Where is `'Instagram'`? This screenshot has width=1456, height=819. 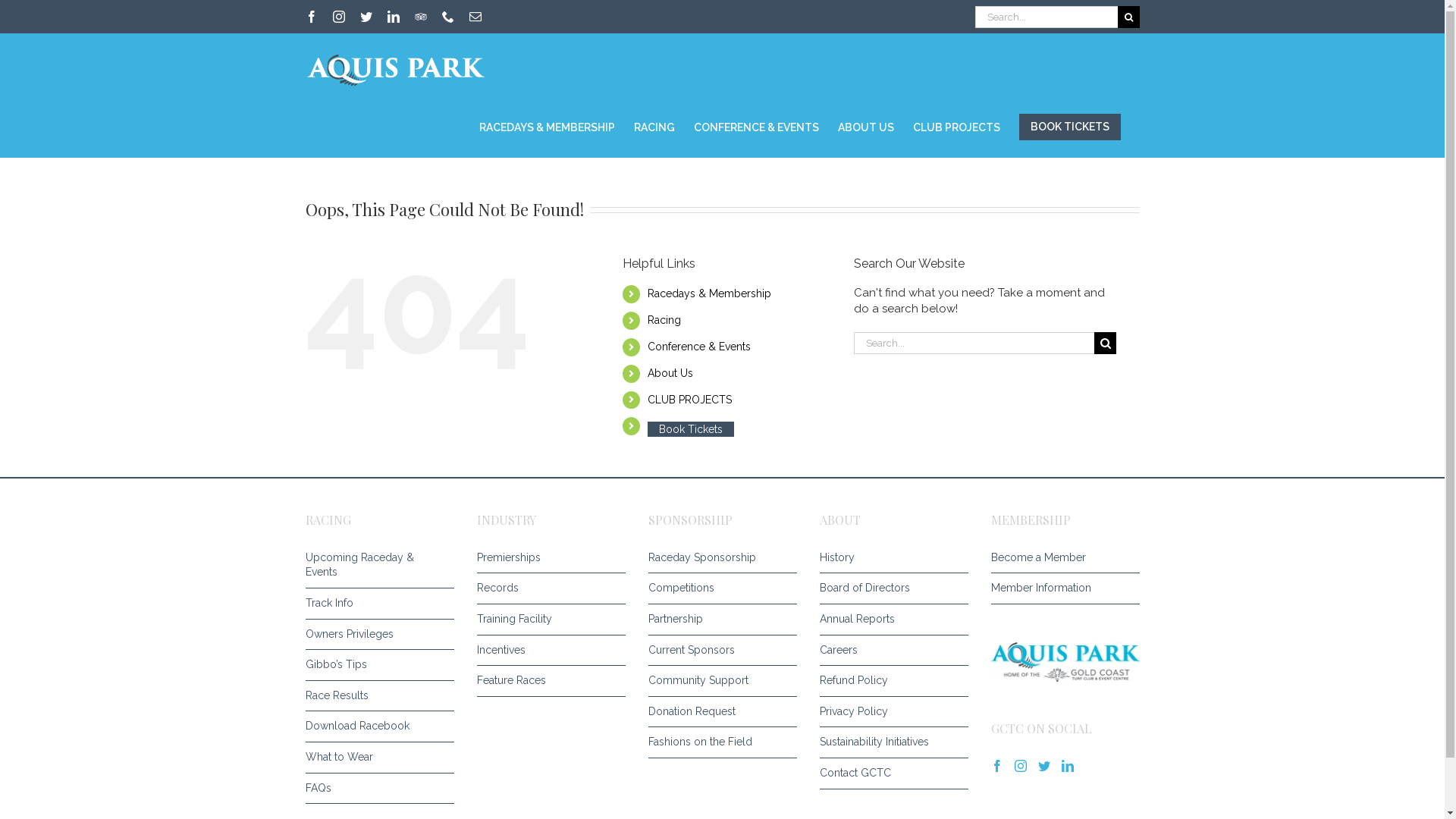 'Instagram' is located at coordinates (337, 17).